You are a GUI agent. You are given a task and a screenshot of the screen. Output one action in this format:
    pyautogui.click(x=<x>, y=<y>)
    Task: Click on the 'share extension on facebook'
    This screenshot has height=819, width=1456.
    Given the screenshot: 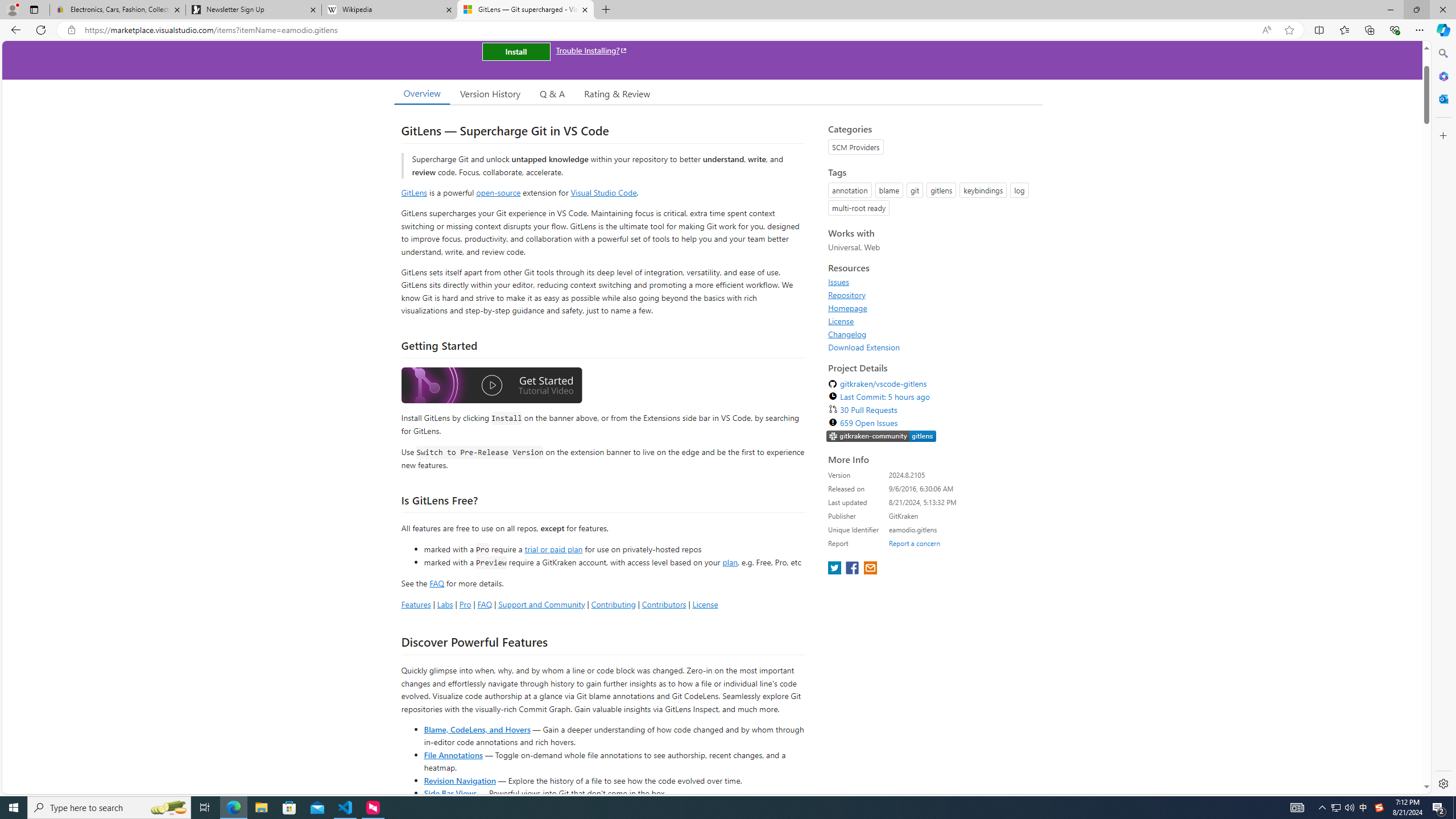 What is the action you would take?
    pyautogui.click(x=853, y=568)
    